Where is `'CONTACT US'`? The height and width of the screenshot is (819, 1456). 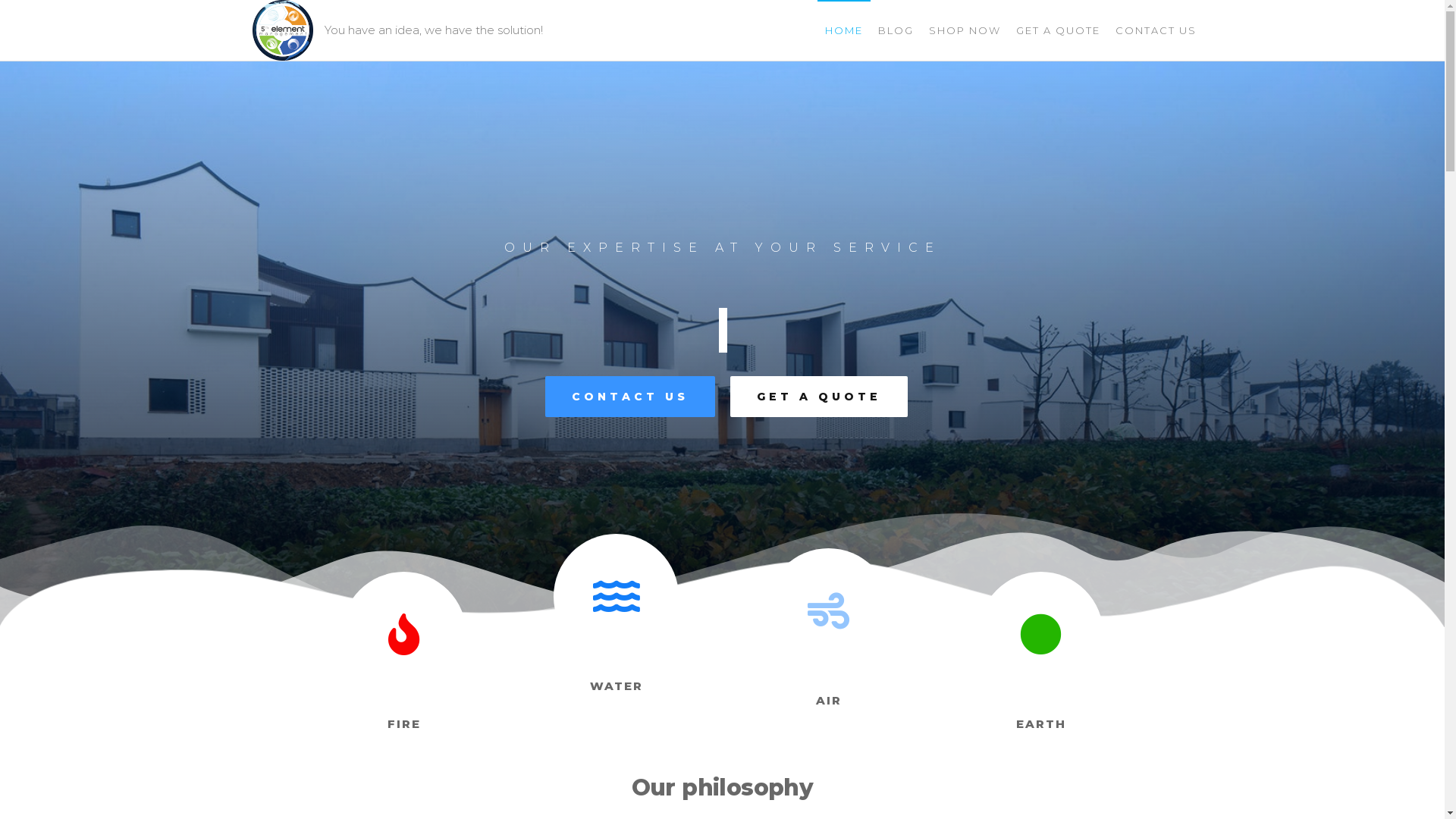 'CONTACT US' is located at coordinates (629, 396).